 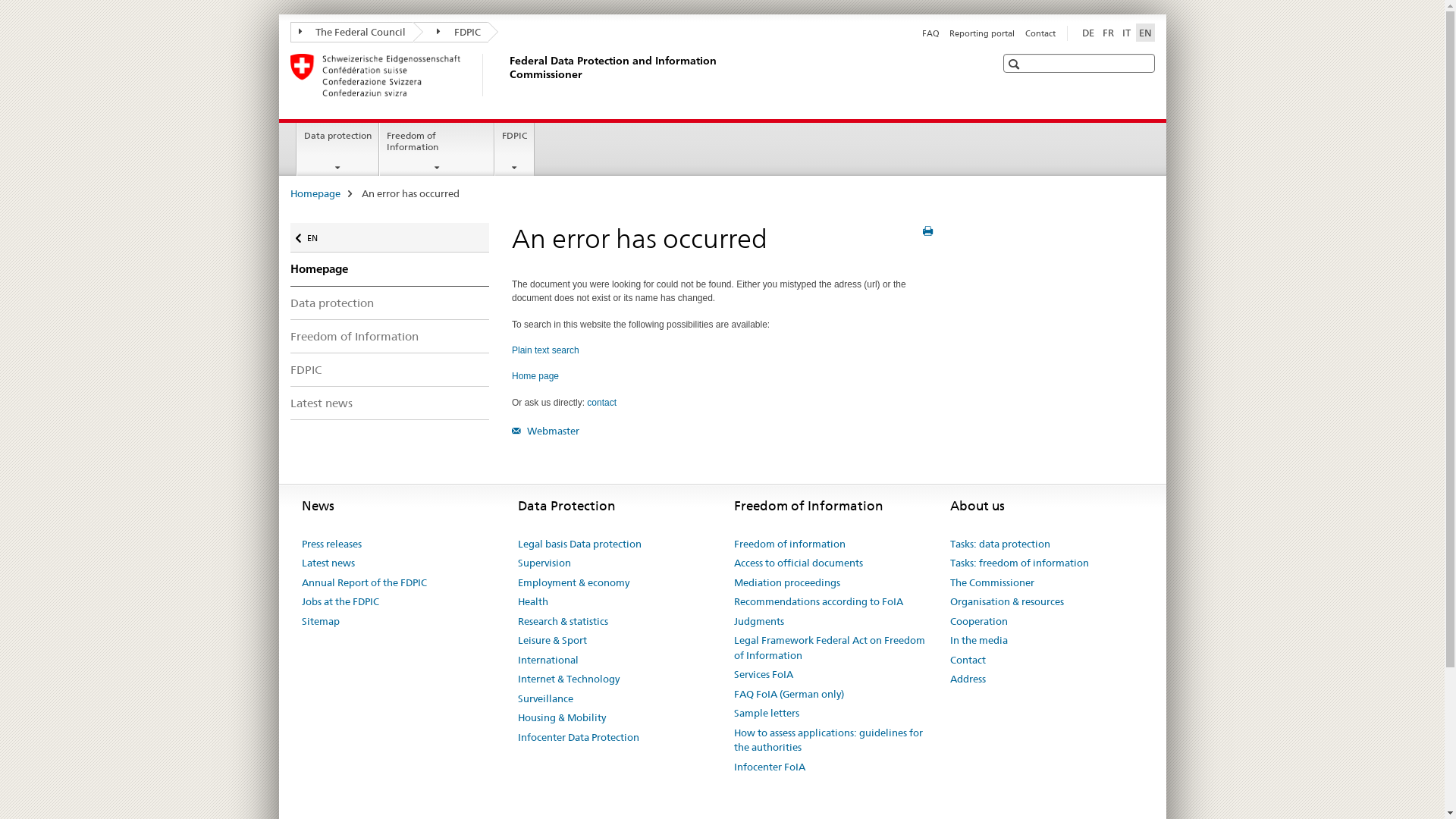 What do you see at coordinates (1018, 563) in the screenshot?
I see `'Tasks: freedom of information'` at bounding box center [1018, 563].